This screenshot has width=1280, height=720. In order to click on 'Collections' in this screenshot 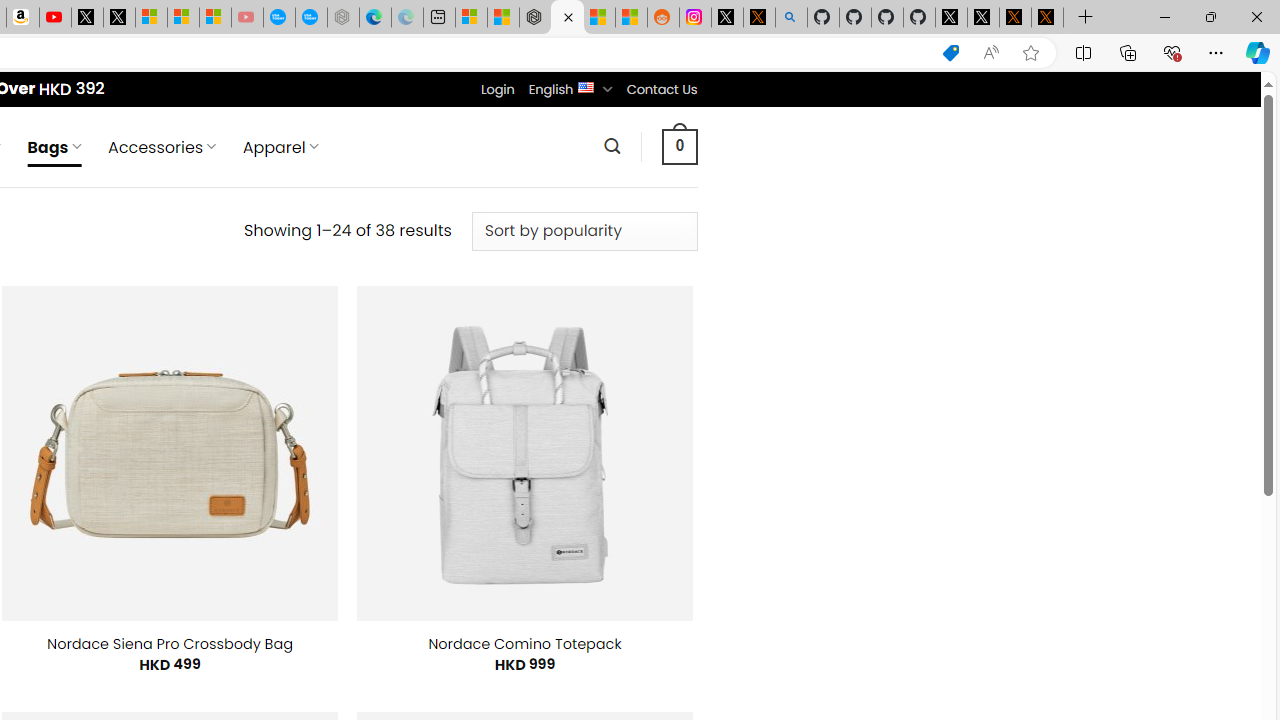, I will do `click(1128, 51)`.